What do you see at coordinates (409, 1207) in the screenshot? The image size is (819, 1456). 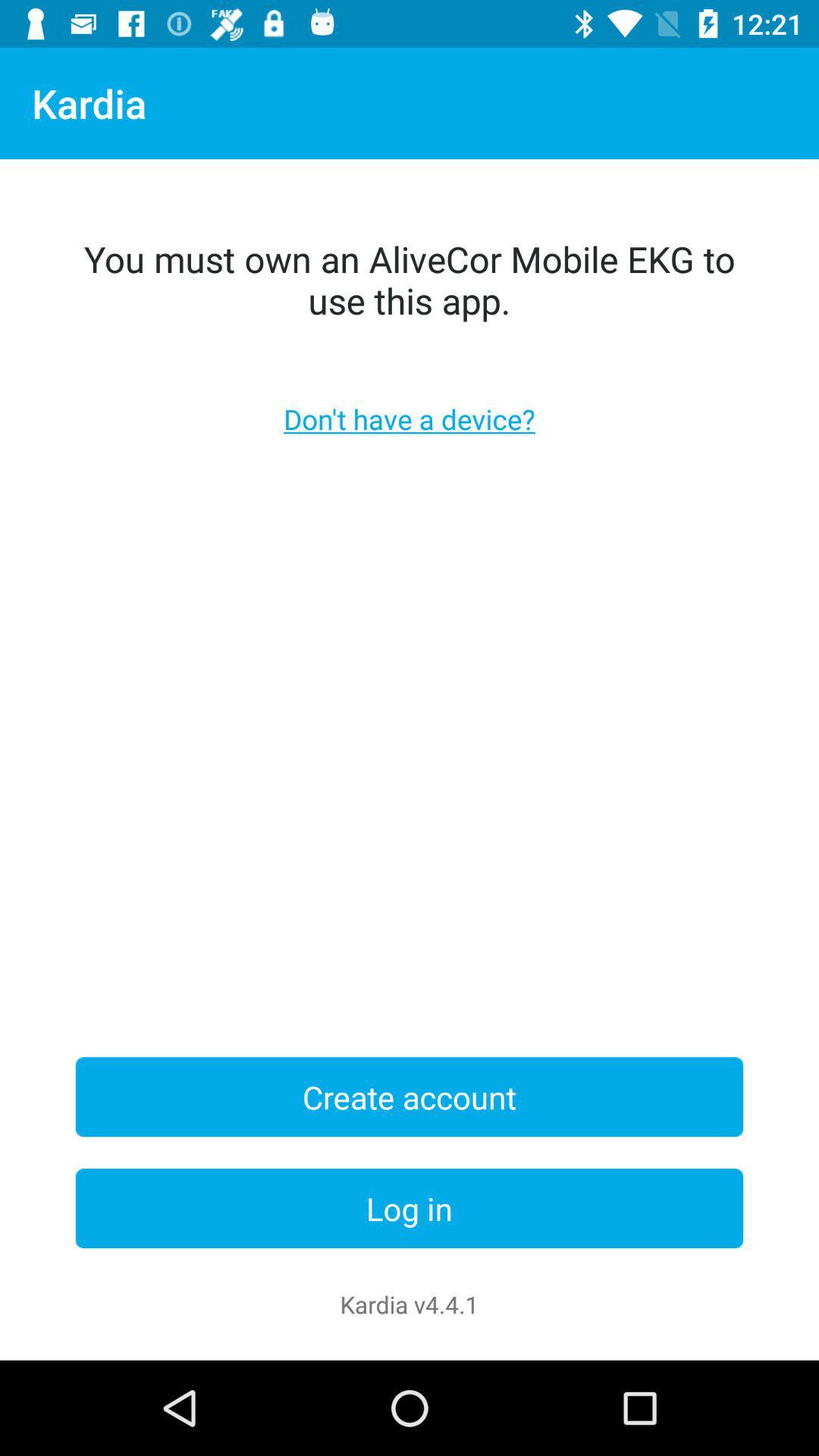 I see `the log in item` at bounding box center [409, 1207].